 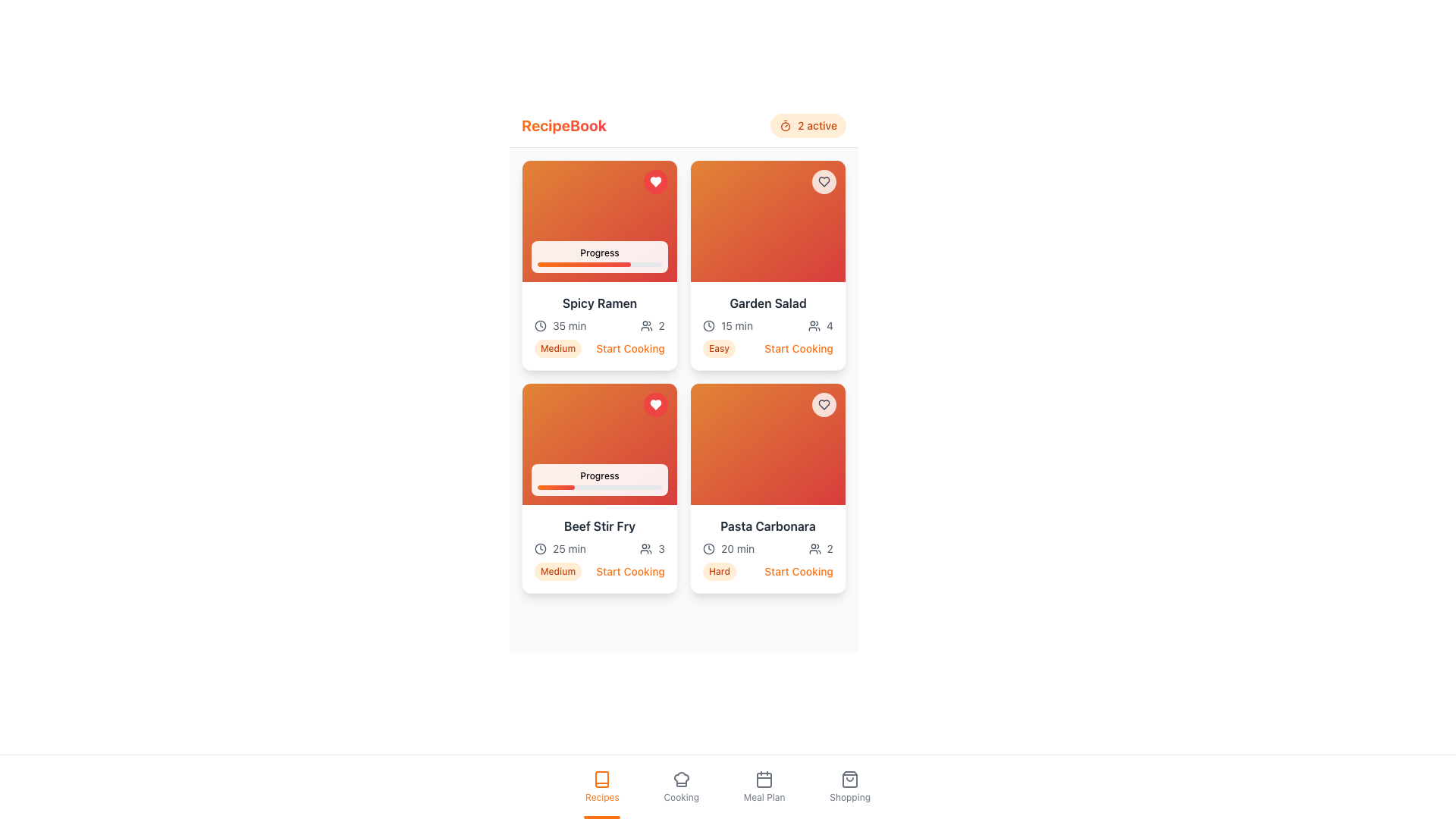 What do you see at coordinates (764, 780) in the screenshot?
I see `the middle icon in the bottom navigation bar` at bounding box center [764, 780].